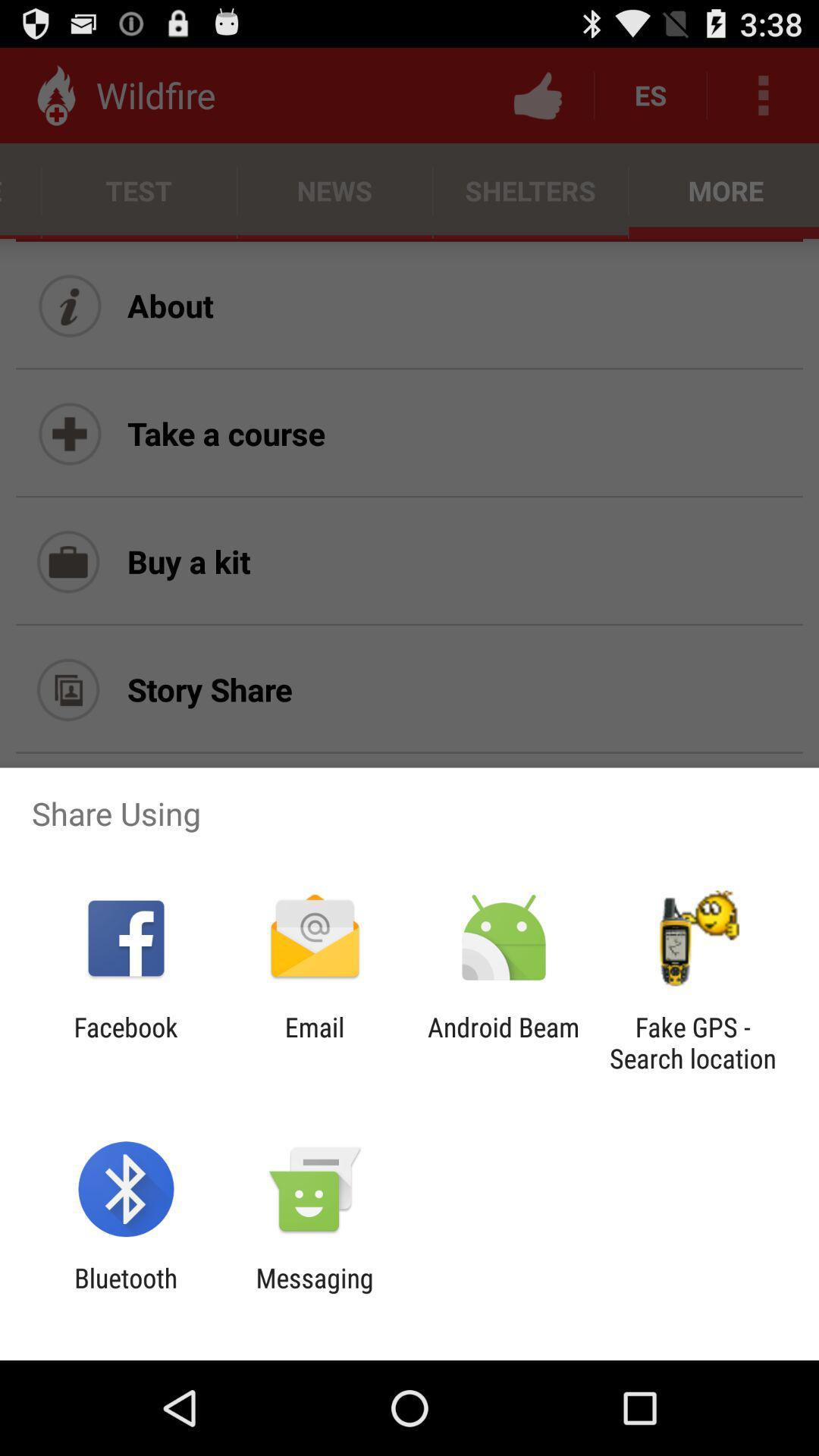  I want to click on the fake gps search, so click(692, 1042).